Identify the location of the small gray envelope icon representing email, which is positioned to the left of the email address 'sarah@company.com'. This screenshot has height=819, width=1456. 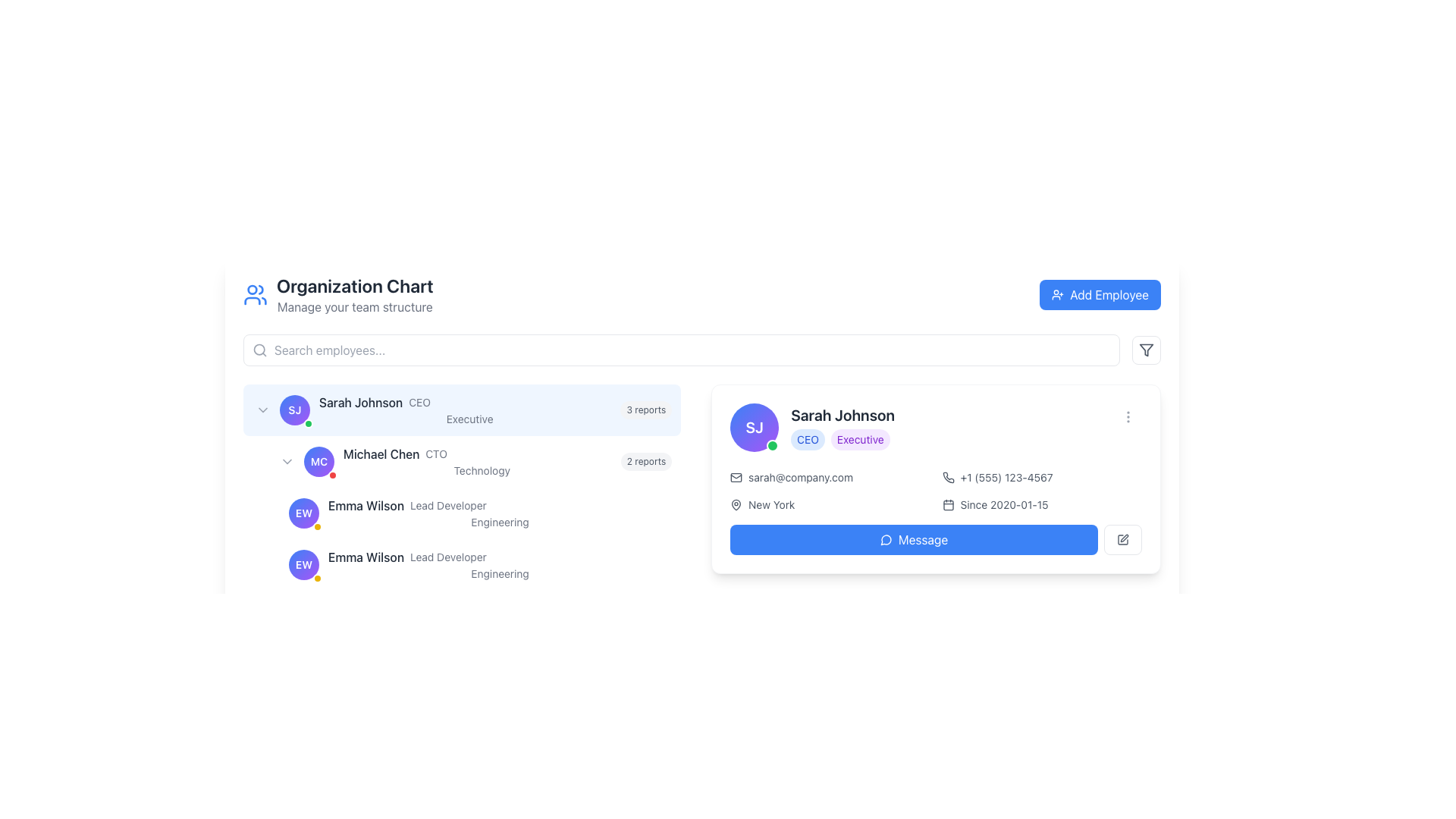
(736, 476).